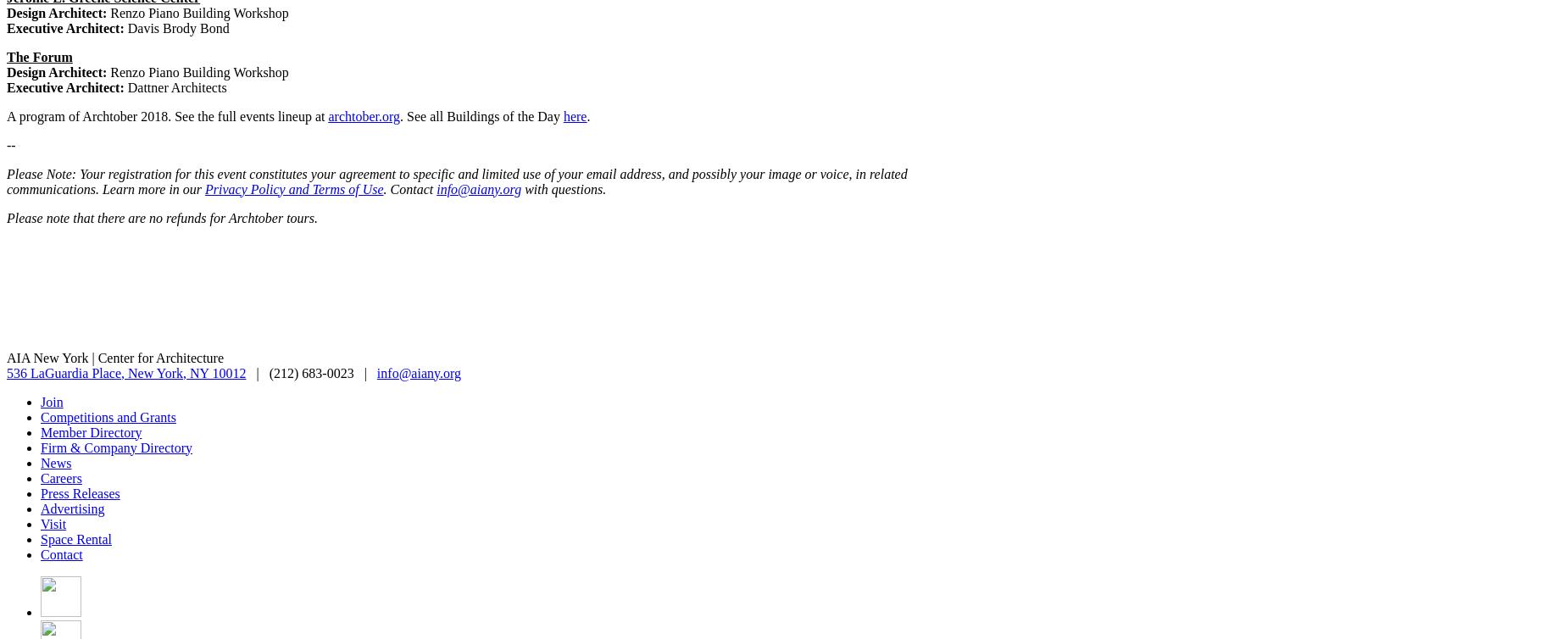 This screenshot has width=1568, height=639. What do you see at coordinates (39, 553) in the screenshot?
I see `'Contact'` at bounding box center [39, 553].